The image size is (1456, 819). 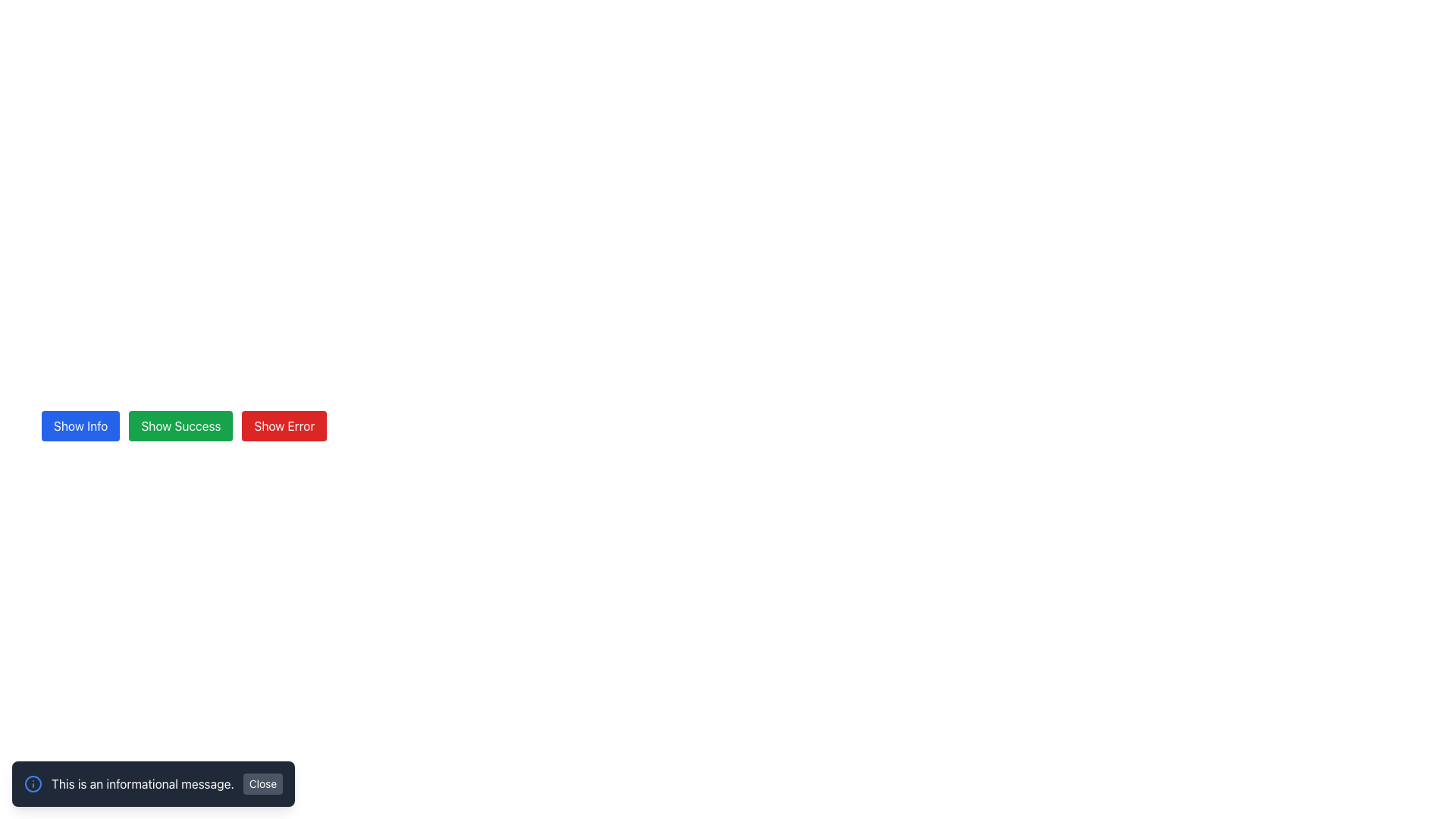 What do you see at coordinates (262, 783) in the screenshot?
I see `the 'Close' button with a dark gray background and white text located at the bottom-left corner of the interface to observe the hover effect` at bounding box center [262, 783].